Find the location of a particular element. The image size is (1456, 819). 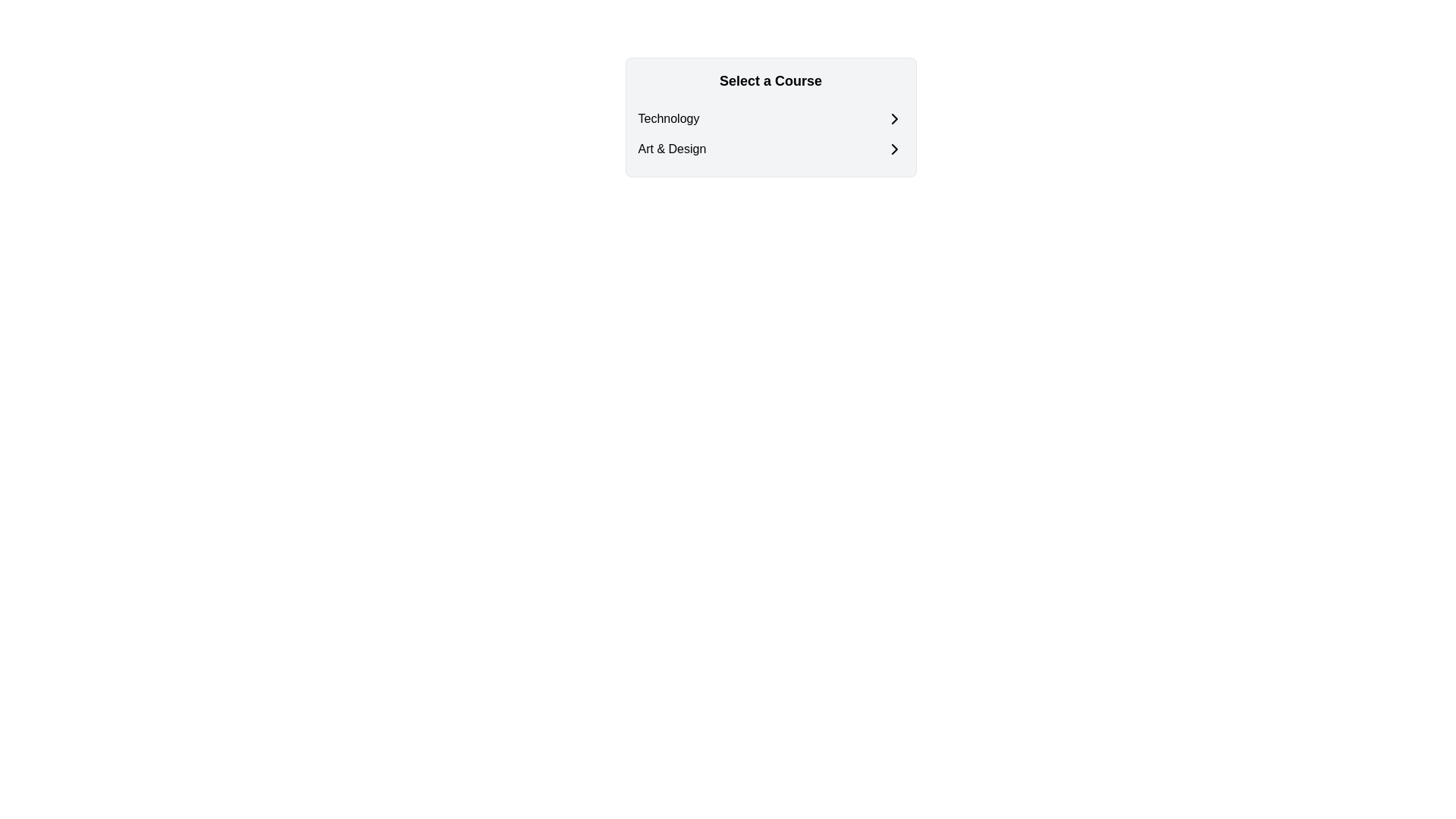

the 'Technology' button within the 'Select a Course' menu is located at coordinates (770, 118).